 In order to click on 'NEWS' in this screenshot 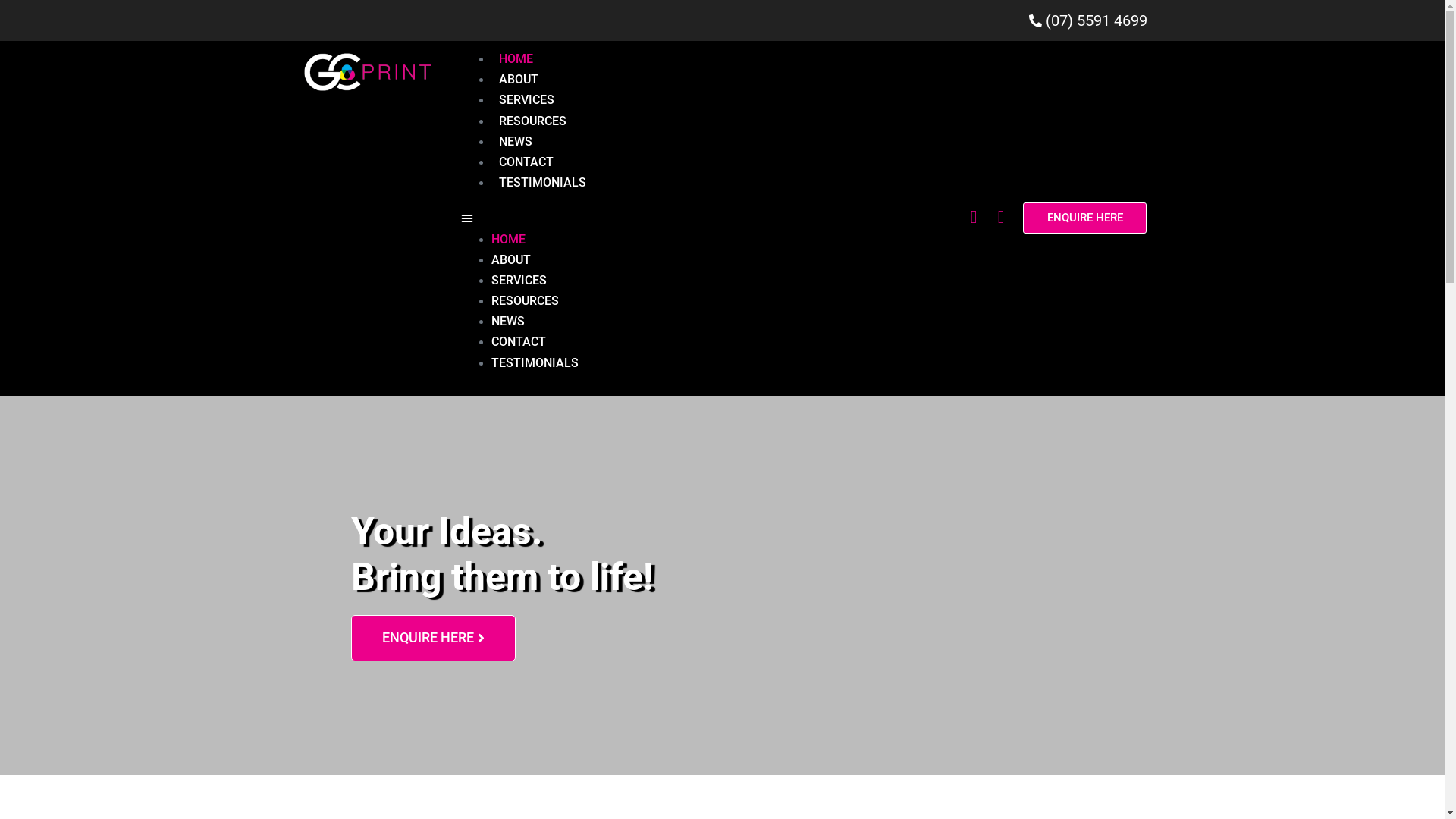, I will do `click(491, 141)`.